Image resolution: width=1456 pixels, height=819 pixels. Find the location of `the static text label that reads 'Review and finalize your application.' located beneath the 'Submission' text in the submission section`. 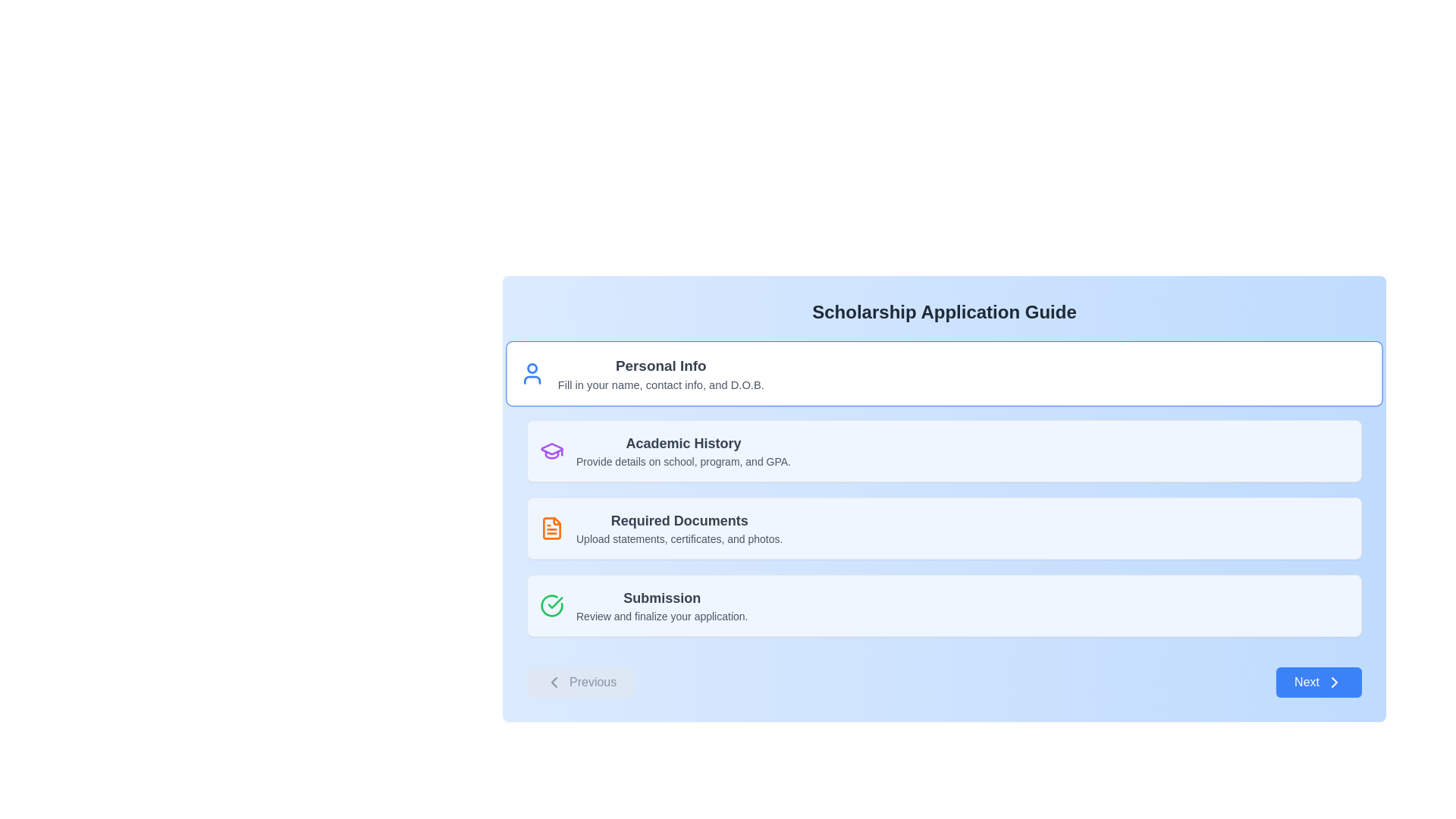

the static text label that reads 'Review and finalize your application.' located beneath the 'Submission' text in the submission section is located at coordinates (662, 617).